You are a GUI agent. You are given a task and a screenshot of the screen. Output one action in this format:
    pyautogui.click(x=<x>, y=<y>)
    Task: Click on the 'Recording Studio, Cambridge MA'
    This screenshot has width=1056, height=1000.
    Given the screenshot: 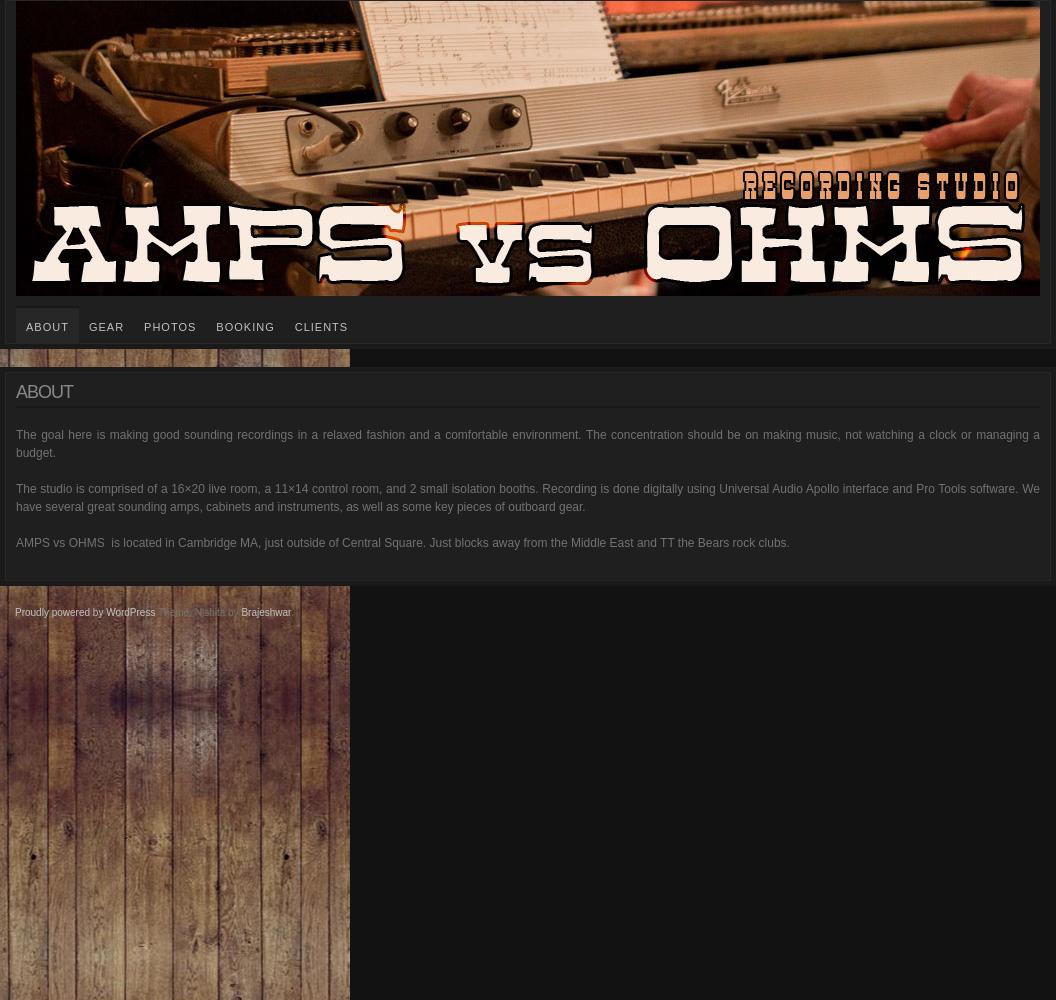 What is the action you would take?
    pyautogui.click(x=96, y=10)
    